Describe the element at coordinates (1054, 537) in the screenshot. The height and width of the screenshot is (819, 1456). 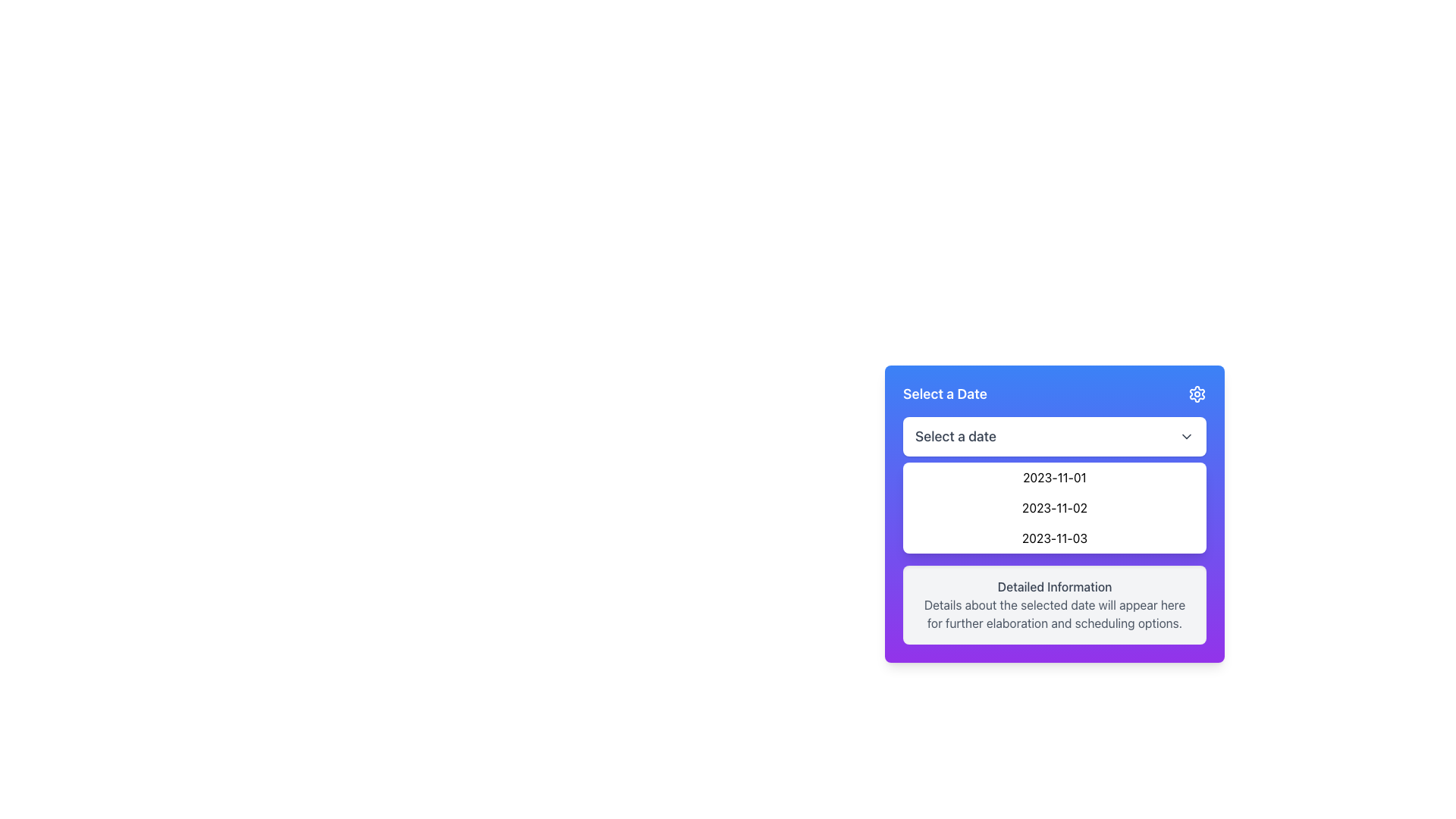
I see `the text-based list item displaying the date '2023-11-03'` at that location.